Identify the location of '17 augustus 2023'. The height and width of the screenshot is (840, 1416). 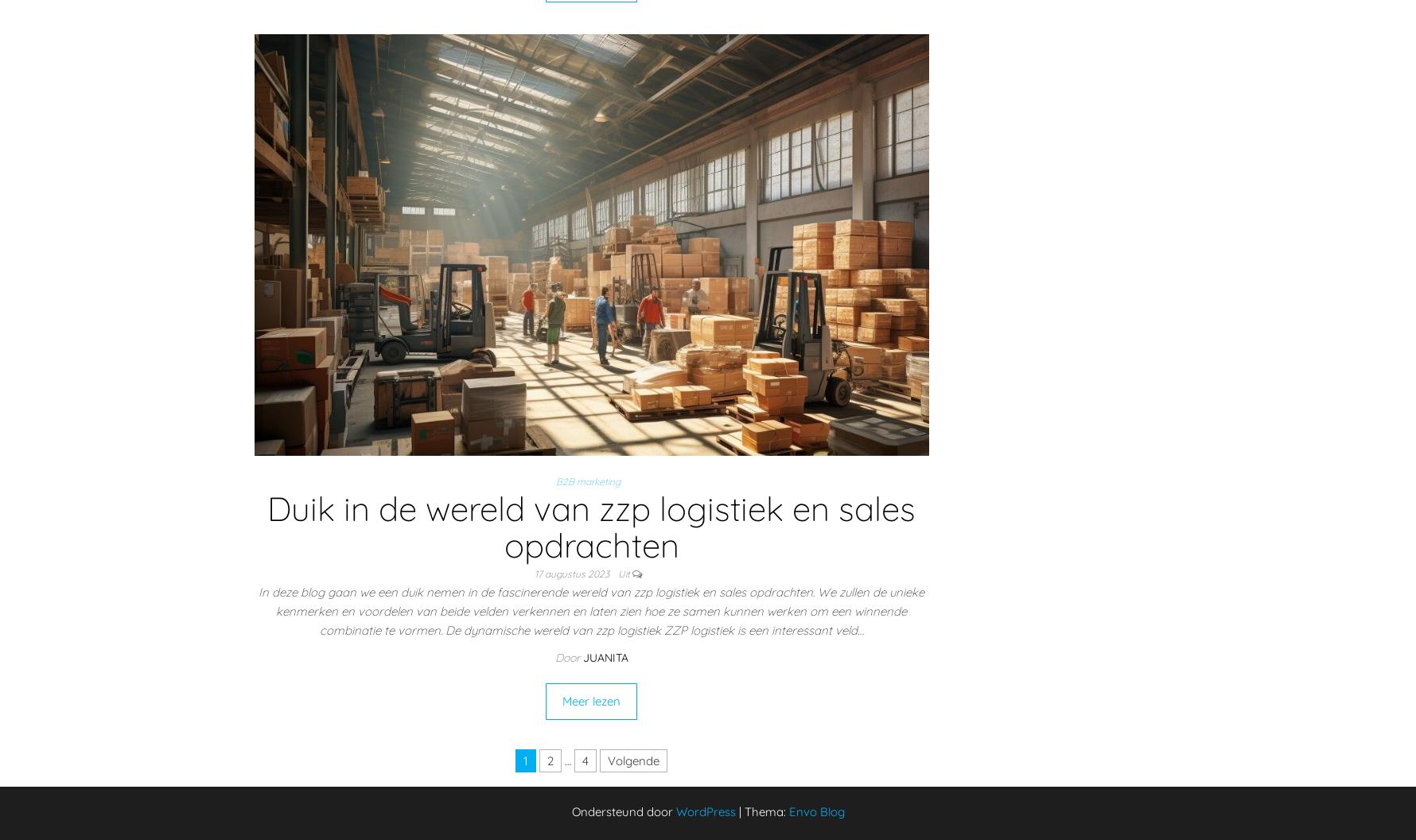
(572, 574).